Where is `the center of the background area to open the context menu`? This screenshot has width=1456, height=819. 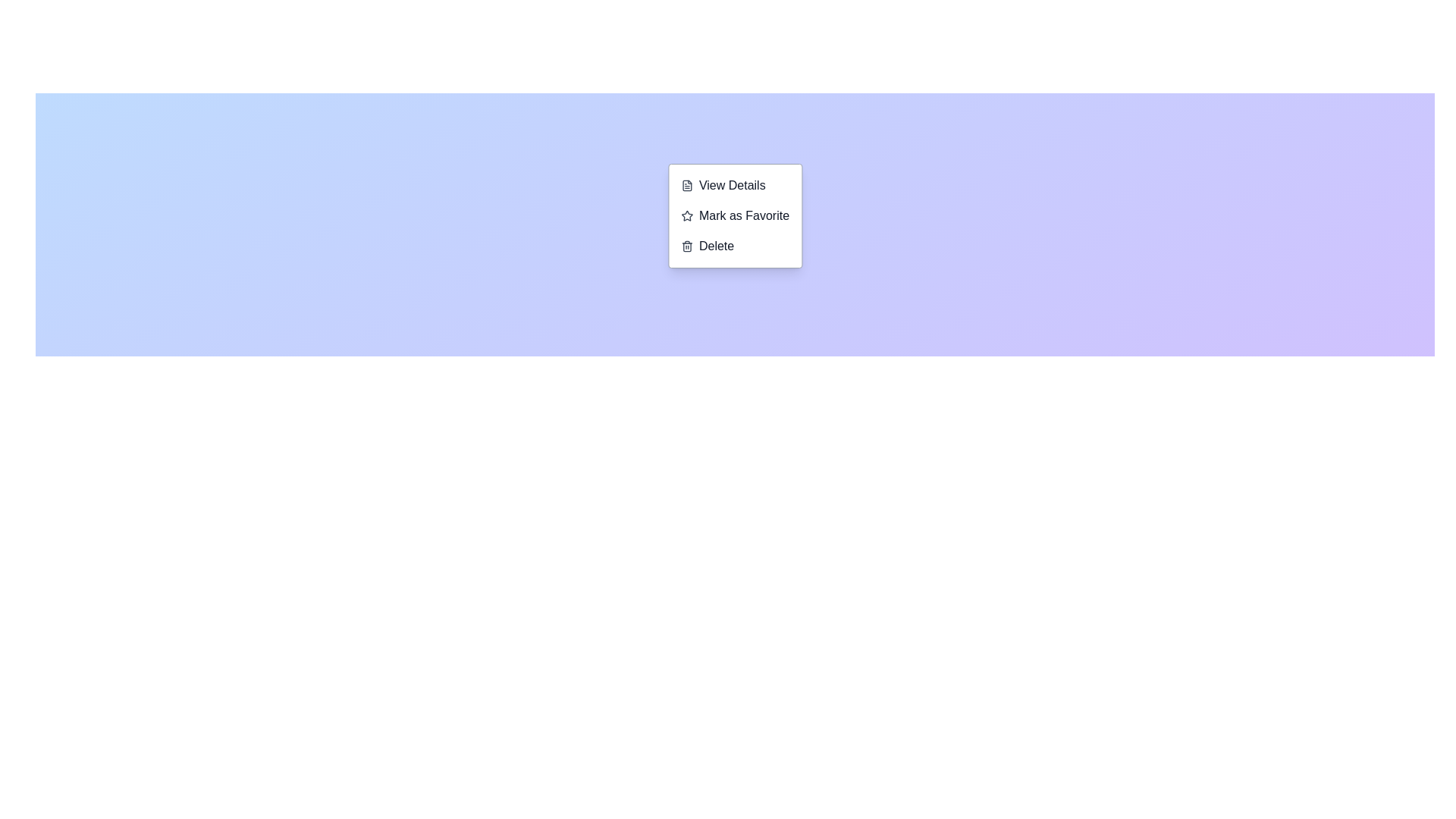
the center of the background area to open the context menu is located at coordinates (735, 503).